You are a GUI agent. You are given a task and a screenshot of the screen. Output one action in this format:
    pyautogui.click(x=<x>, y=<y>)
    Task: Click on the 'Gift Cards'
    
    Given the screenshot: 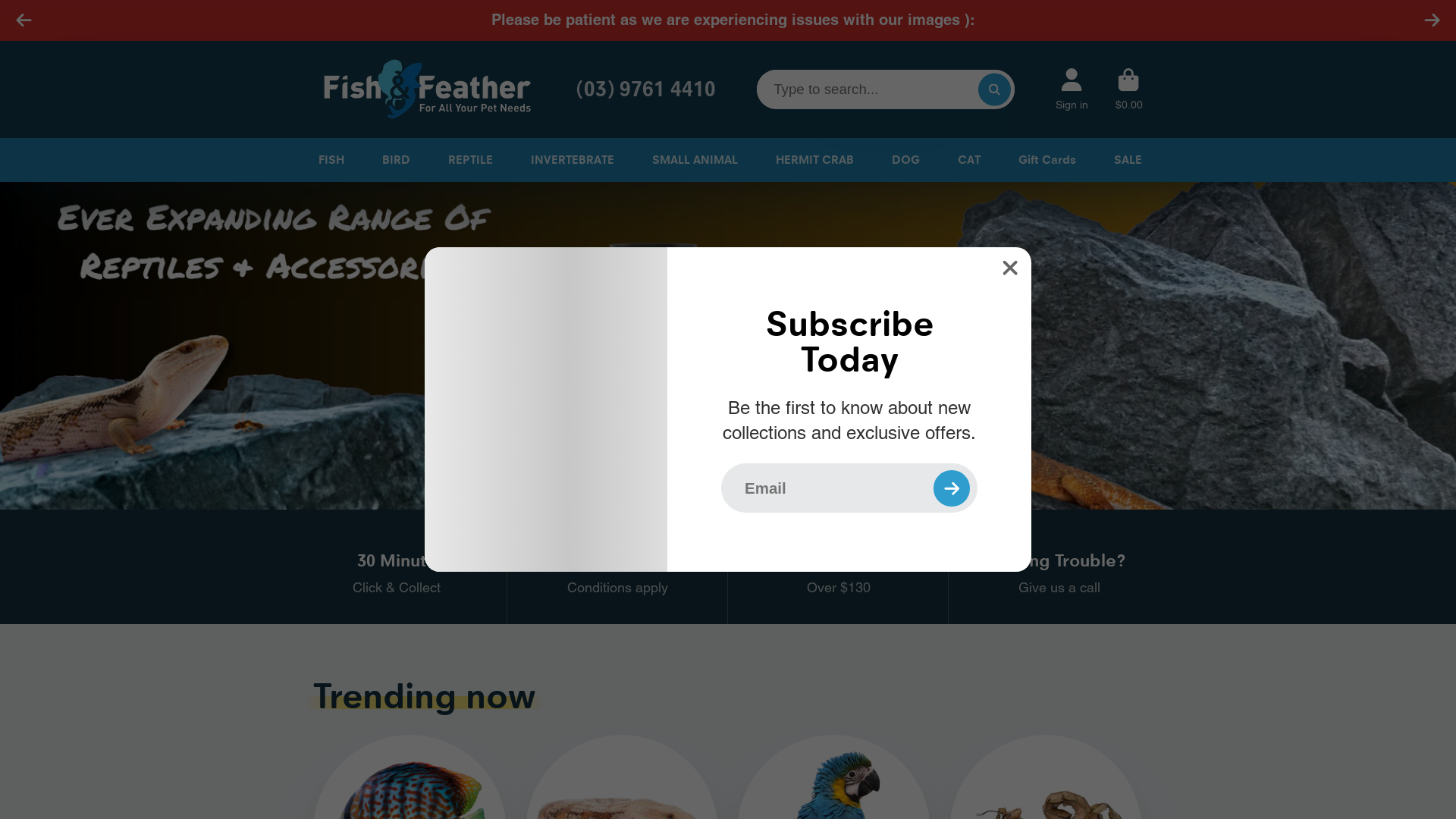 What is the action you would take?
    pyautogui.click(x=1043, y=160)
    